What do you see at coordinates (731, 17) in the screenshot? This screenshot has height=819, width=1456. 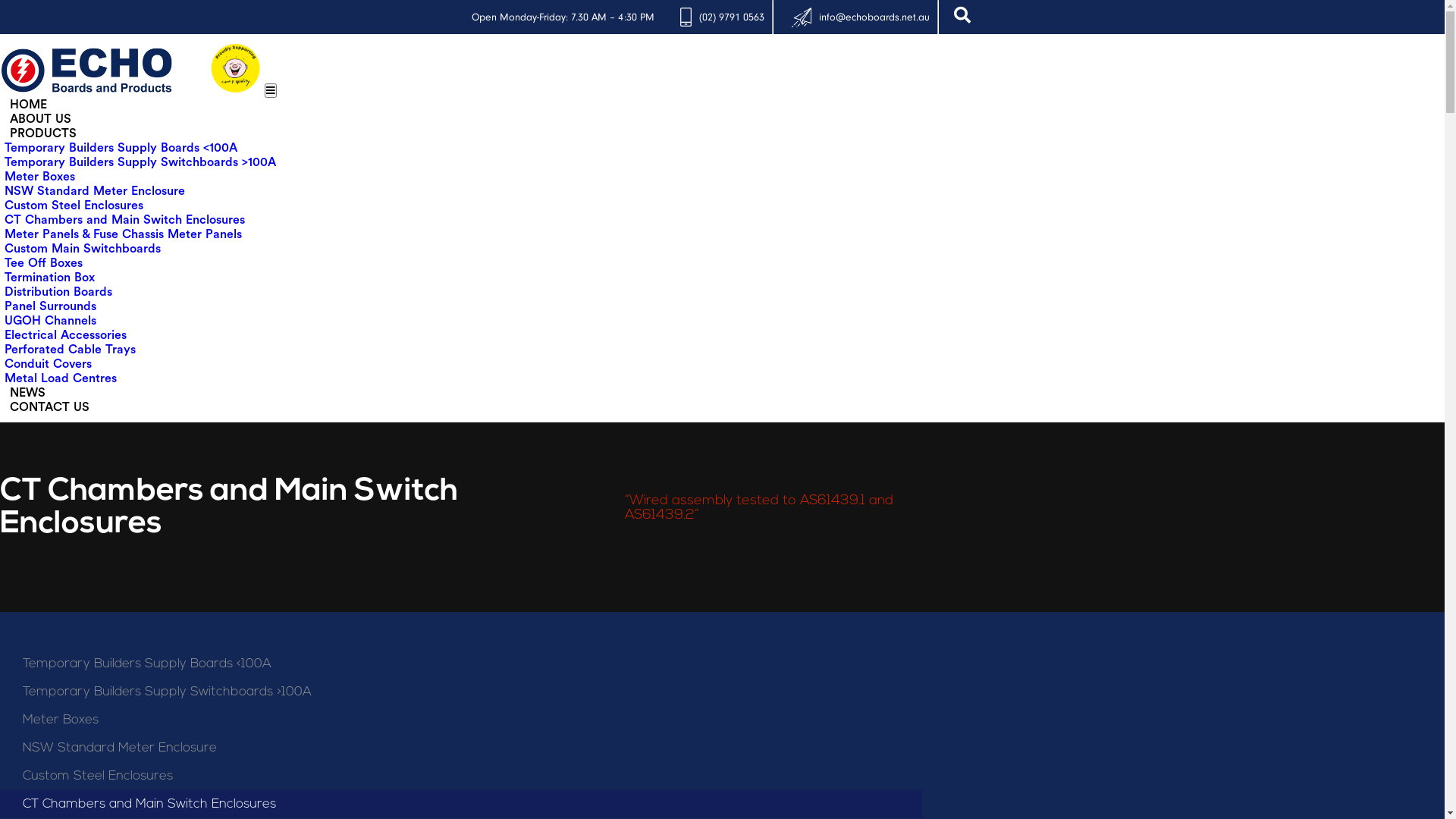 I see `'(02) 9791 0563'` at bounding box center [731, 17].